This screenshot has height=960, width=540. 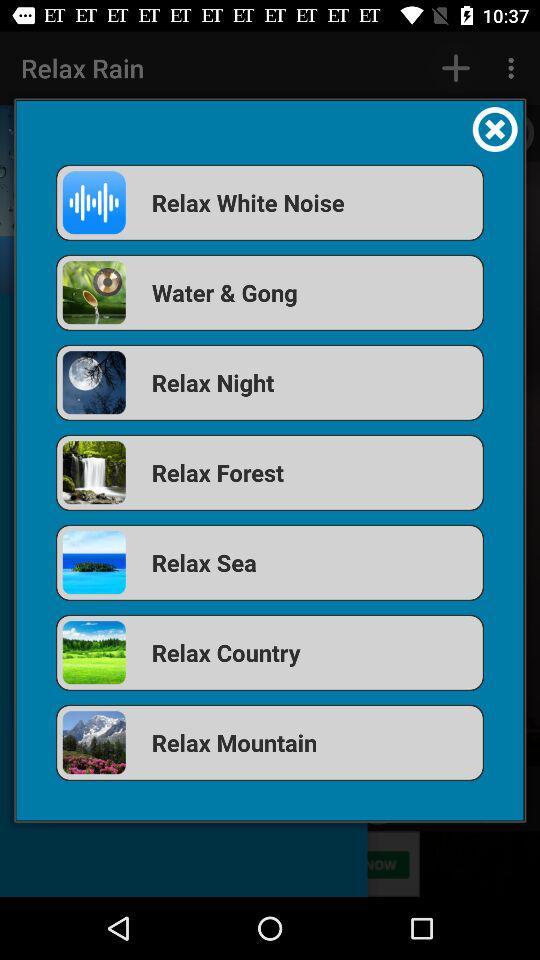 What do you see at coordinates (494, 128) in the screenshot?
I see `the item at the top right corner` at bounding box center [494, 128].